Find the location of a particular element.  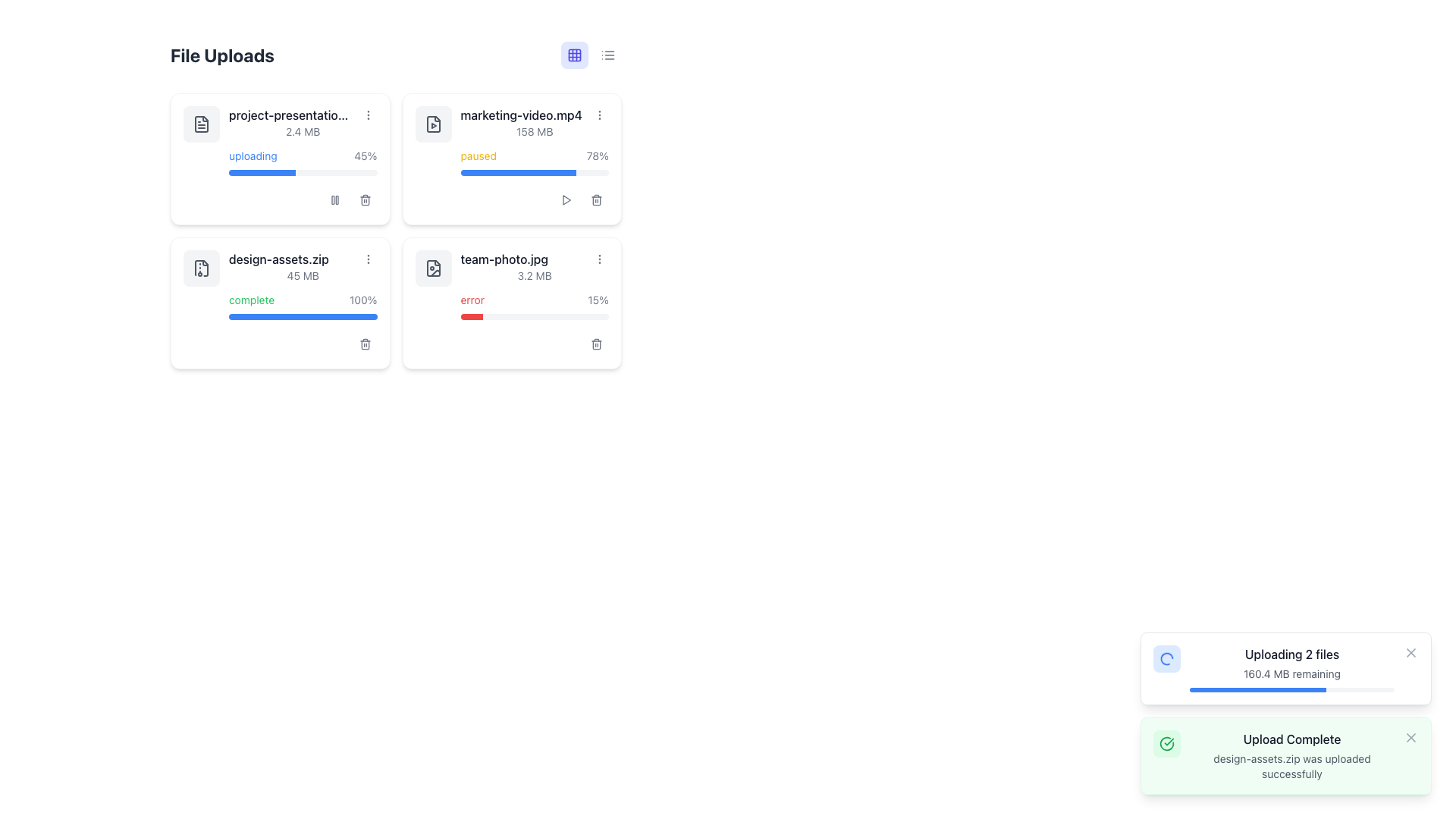

the text label displaying 'Uploading 2 files' in dark gray on a white background, located in the upper section of a notification card is located at coordinates (1291, 654).